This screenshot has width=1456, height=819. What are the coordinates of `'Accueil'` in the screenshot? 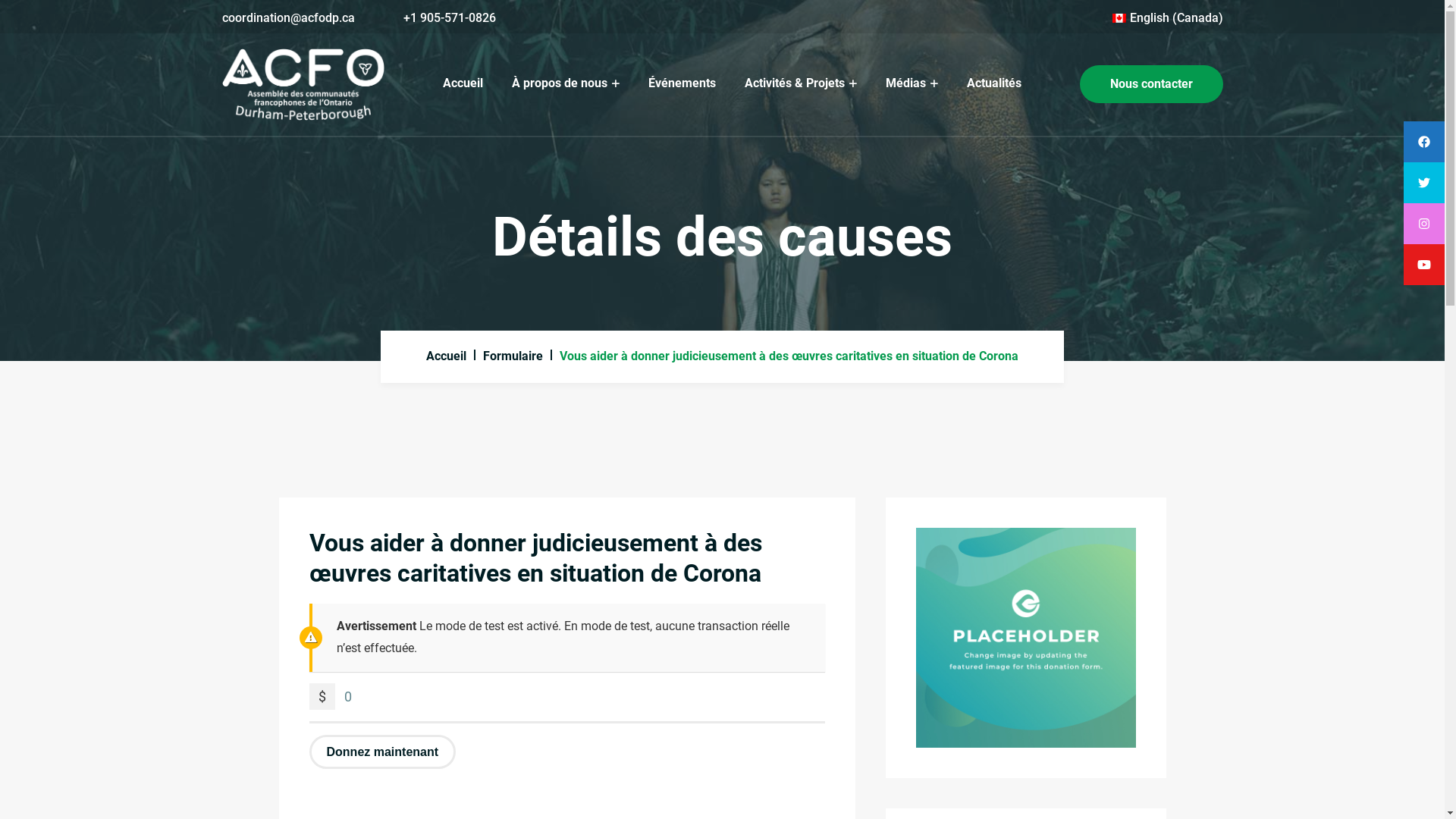 It's located at (461, 83).